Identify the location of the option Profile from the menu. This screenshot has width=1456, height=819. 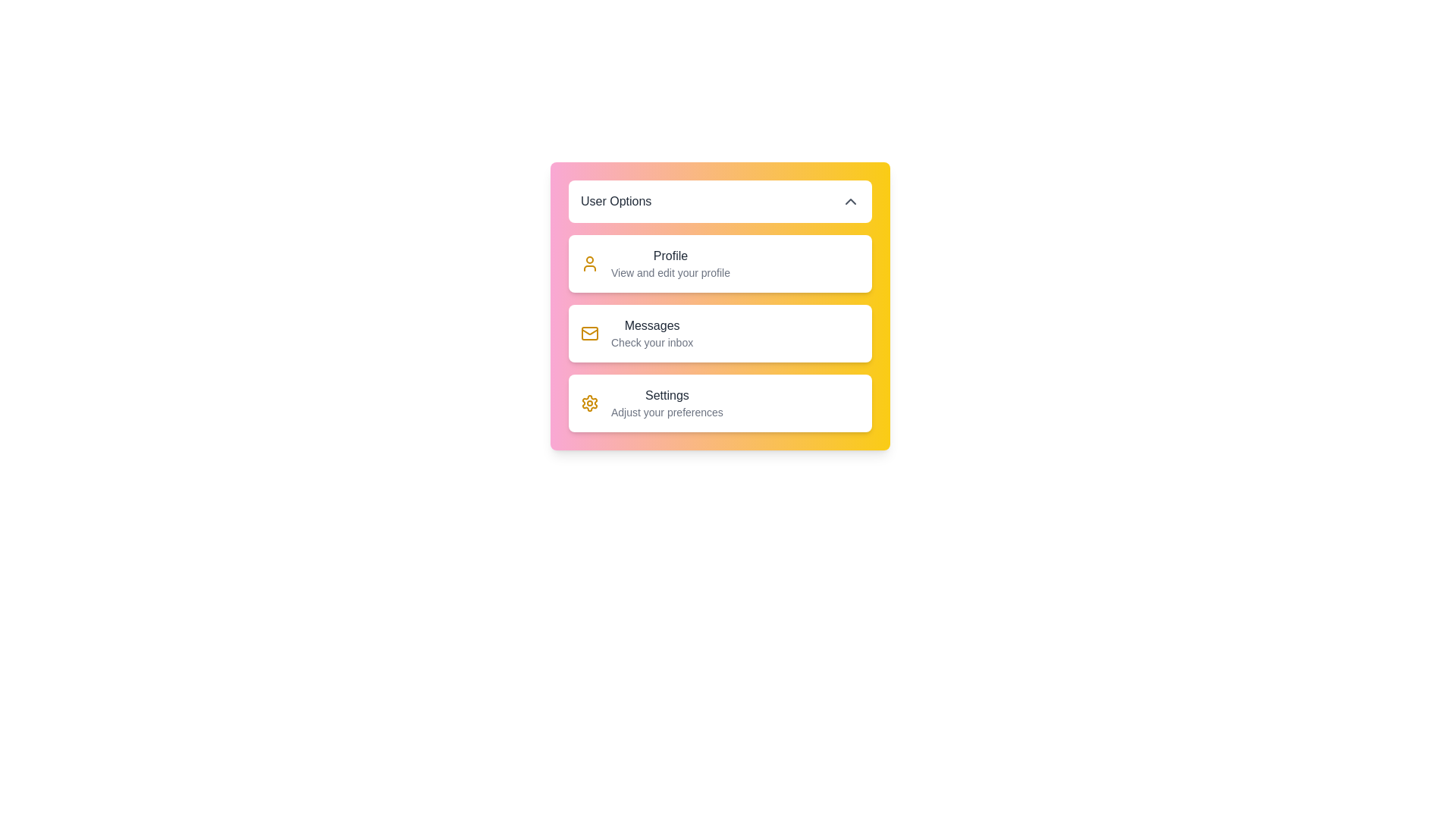
(655, 262).